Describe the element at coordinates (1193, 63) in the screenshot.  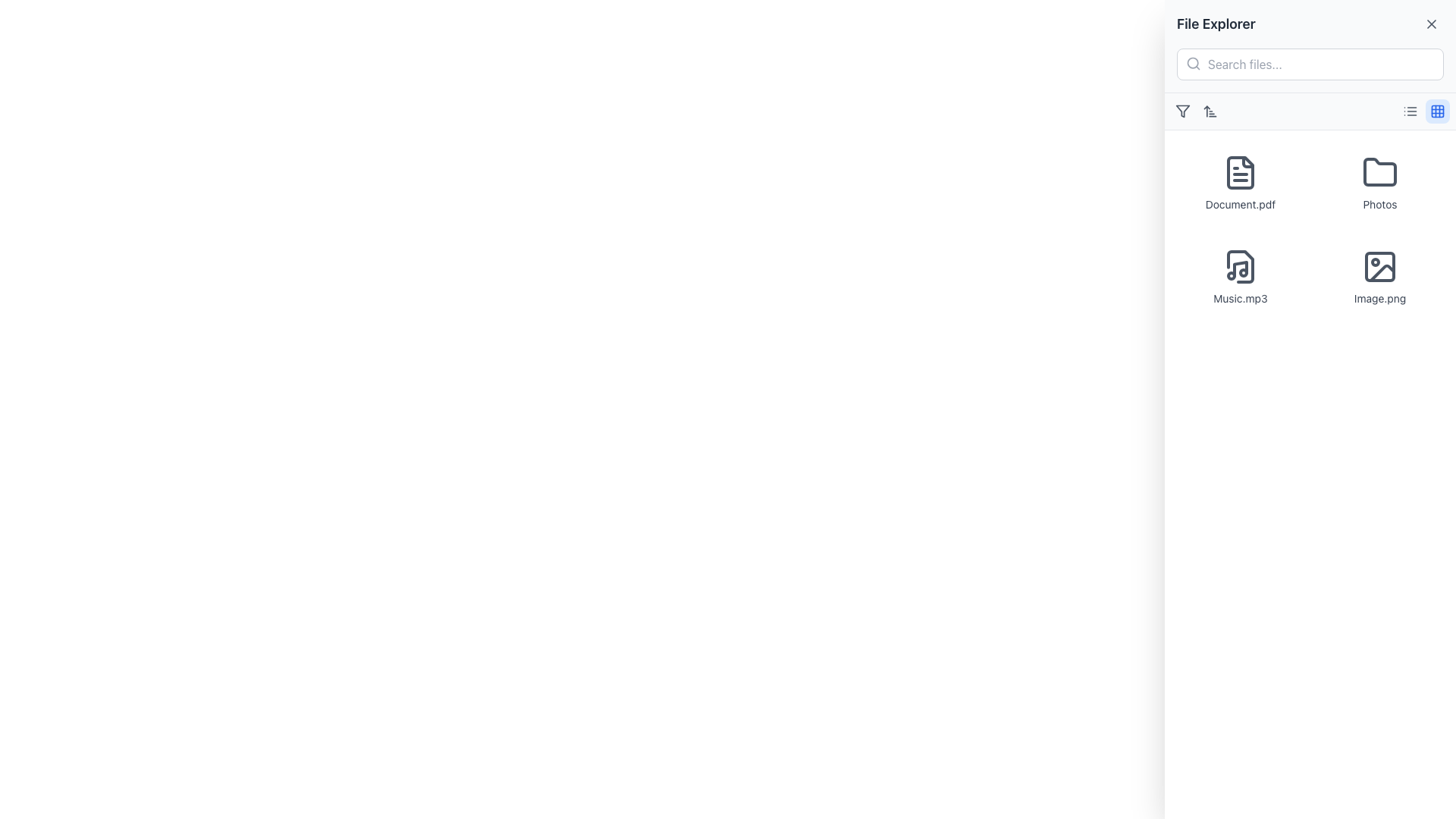
I see `the search icon located on the left side of the 'Search files...' text input field in the toolbar at the top of the file explorer interface` at that location.